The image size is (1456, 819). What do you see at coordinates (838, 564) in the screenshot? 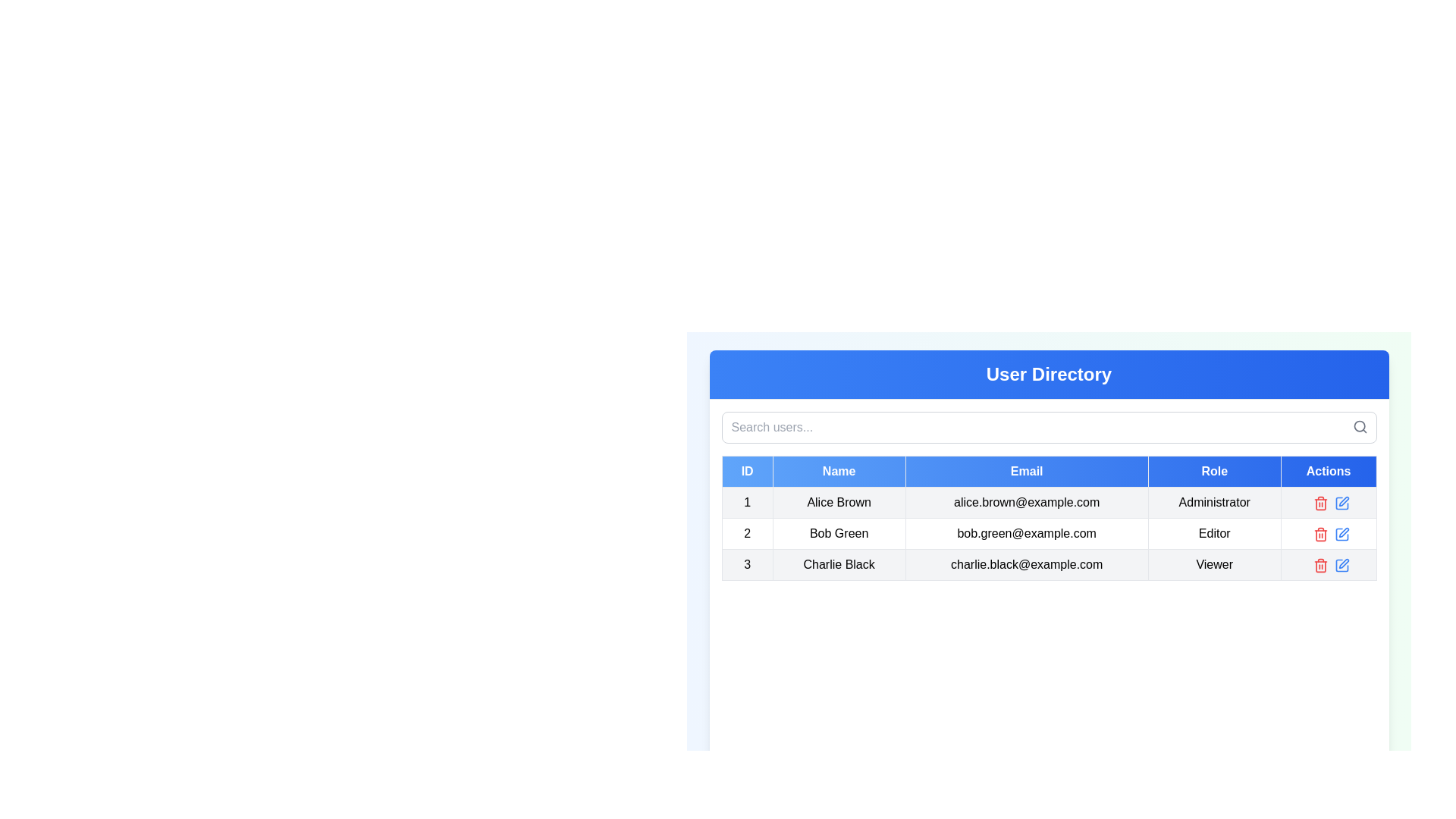
I see `the text display element showing the name 'Charlie Black' in the second column of the third row of the User Directory table` at bounding box center [838, 564].